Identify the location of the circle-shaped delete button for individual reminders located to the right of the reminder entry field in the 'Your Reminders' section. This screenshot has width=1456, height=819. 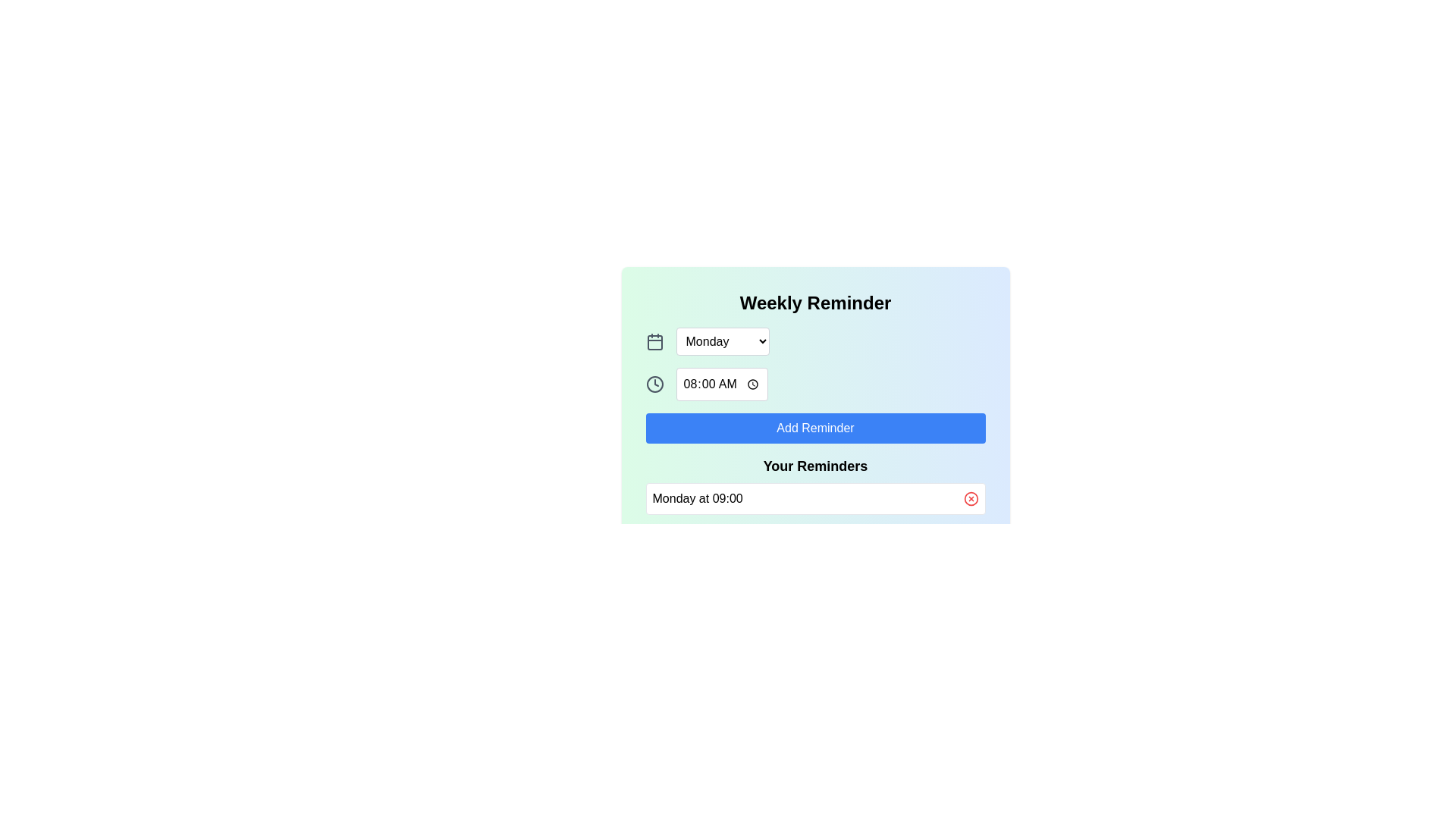
(971, 499).